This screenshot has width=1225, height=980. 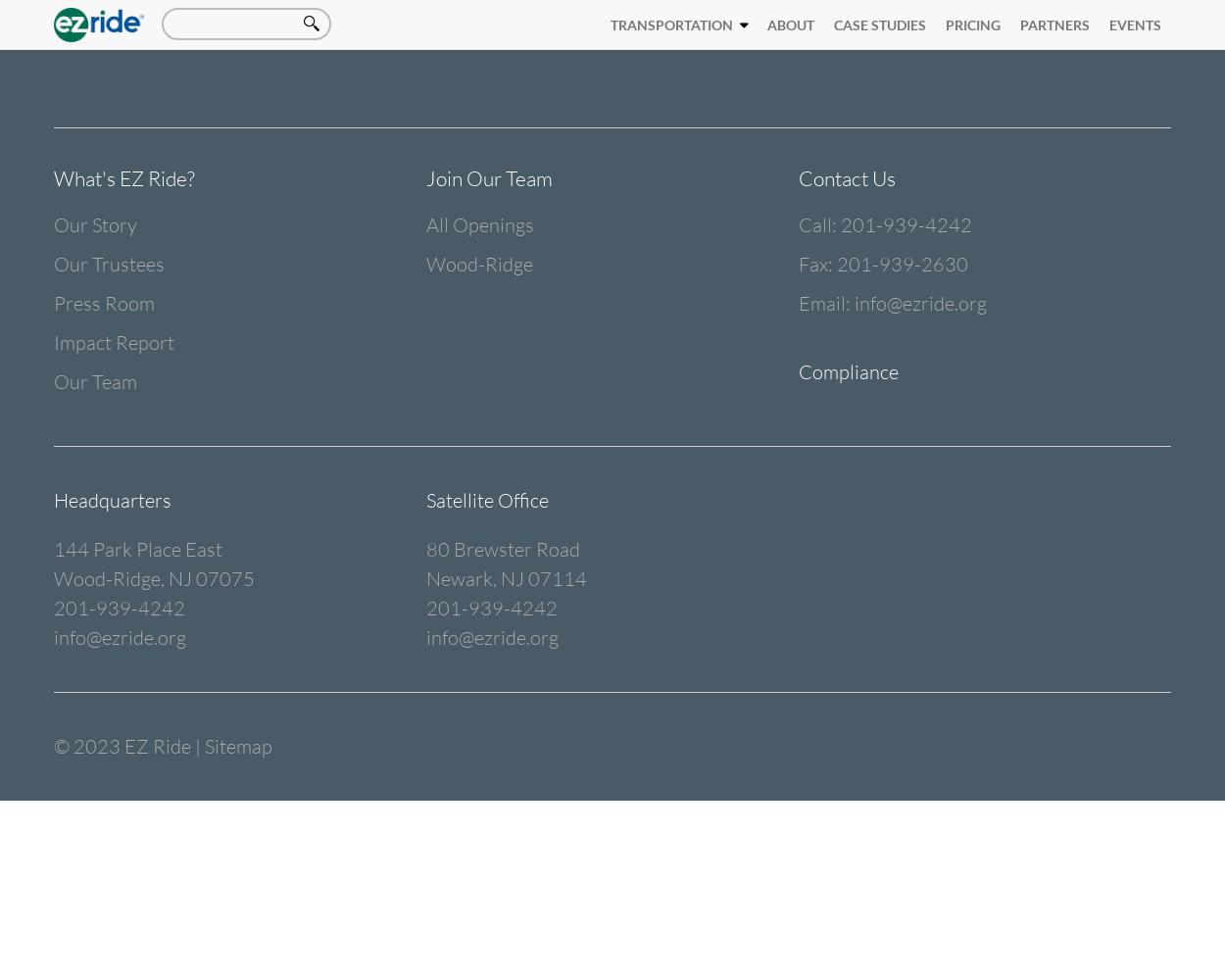 I want to click on 'Fax:', so click(x=798, y=264).